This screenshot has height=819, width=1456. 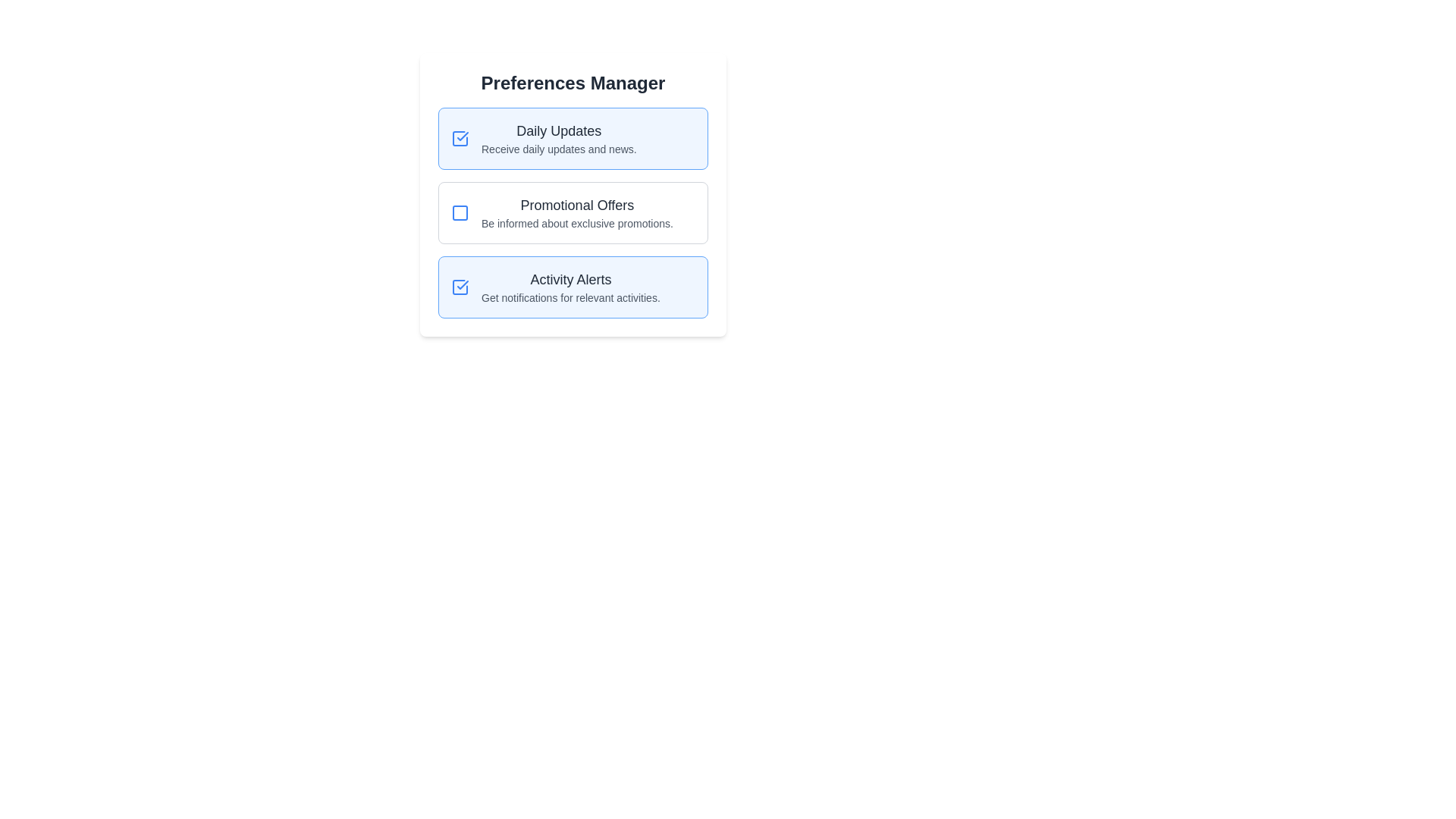 I want to click on to select the 'Activity Alerts' option card located in the third position under the 'Preferences Manager' heading, so click(x=572, y=287).